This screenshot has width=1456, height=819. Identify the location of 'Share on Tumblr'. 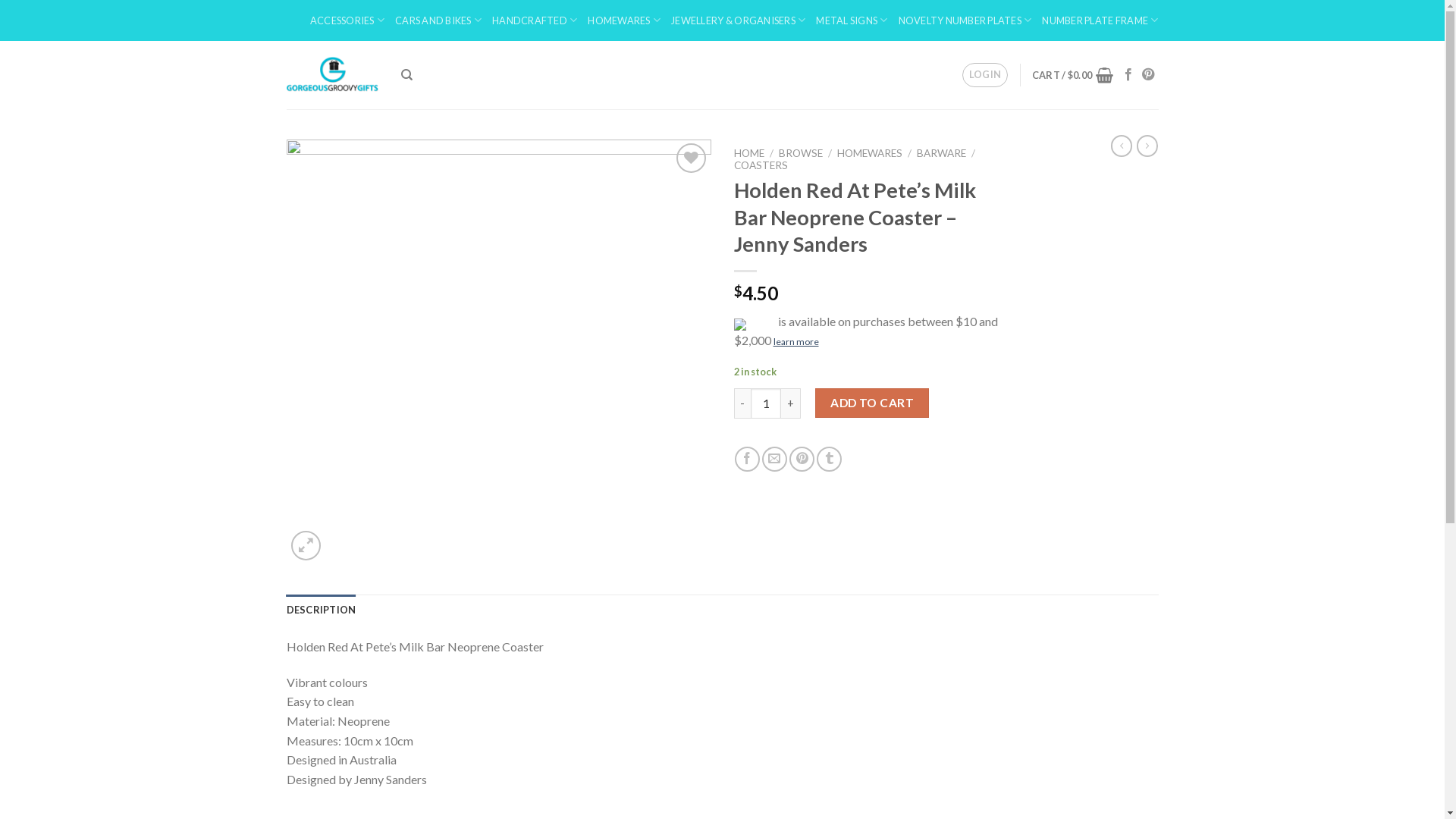
(828, 458).